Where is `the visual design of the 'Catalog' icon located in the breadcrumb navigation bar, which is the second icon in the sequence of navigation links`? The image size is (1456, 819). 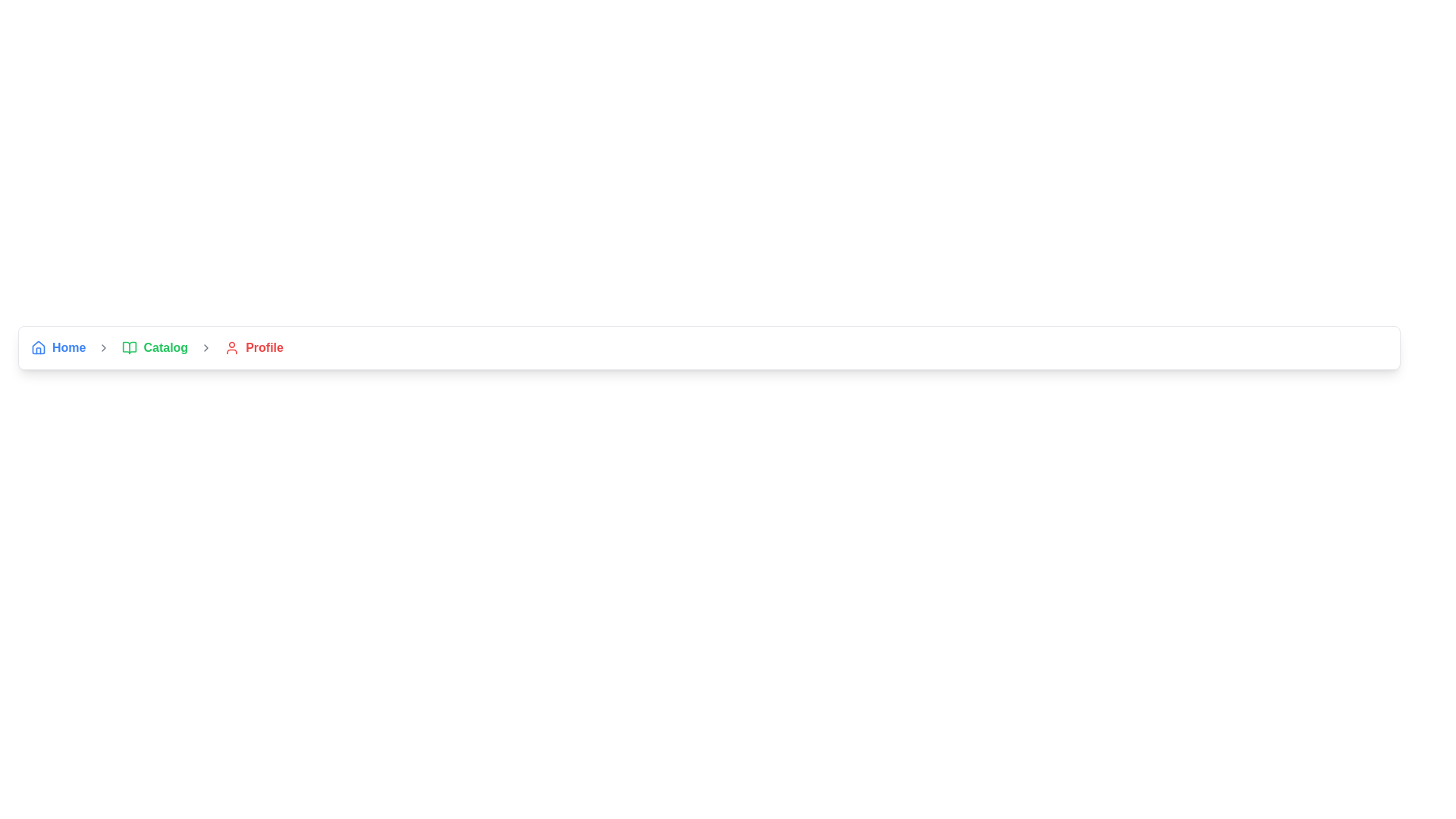 the visual design of the 'Catalog' icon located in the breadcrumb navigation bar, which is the second icon in the sequence of navigation links is located at coordinates (130, 348).